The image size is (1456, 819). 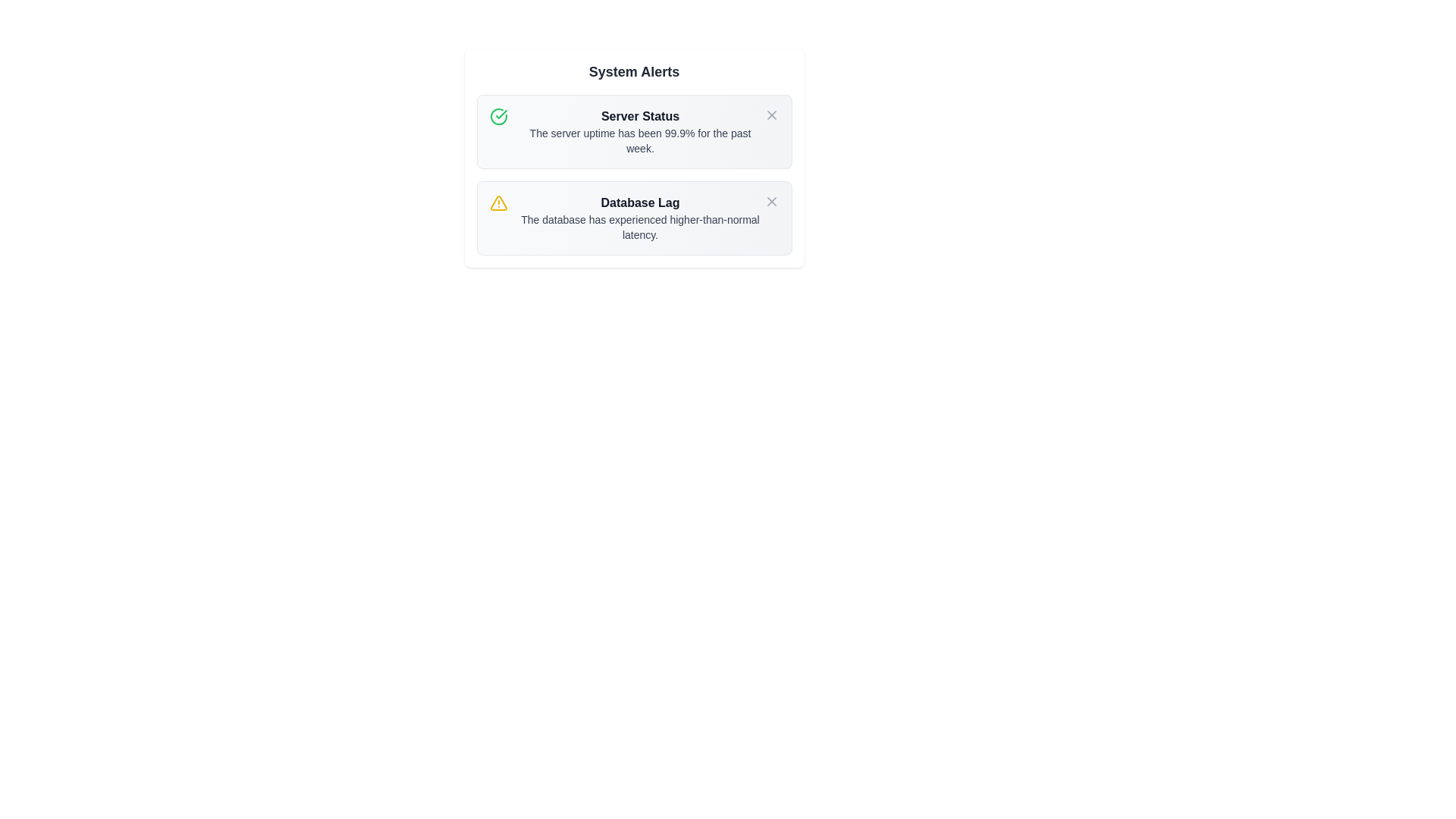 What do you see at coordinates (634, 130) in the screenshot?
I see `the alert to focus on its content` at bounding box center [634, 130].